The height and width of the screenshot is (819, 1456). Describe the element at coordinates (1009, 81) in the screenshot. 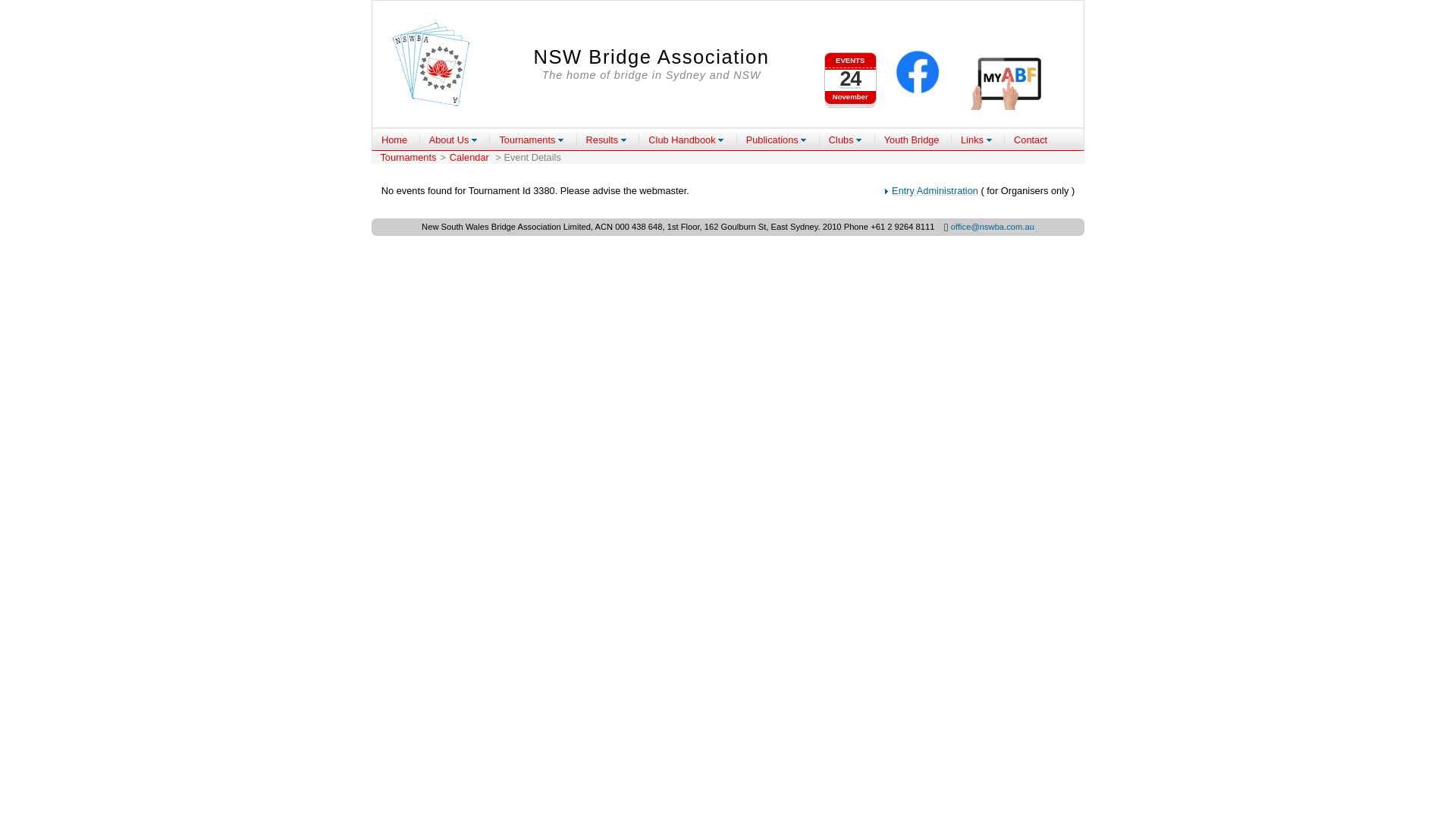

I see `'Log into My ABF'` at that location.